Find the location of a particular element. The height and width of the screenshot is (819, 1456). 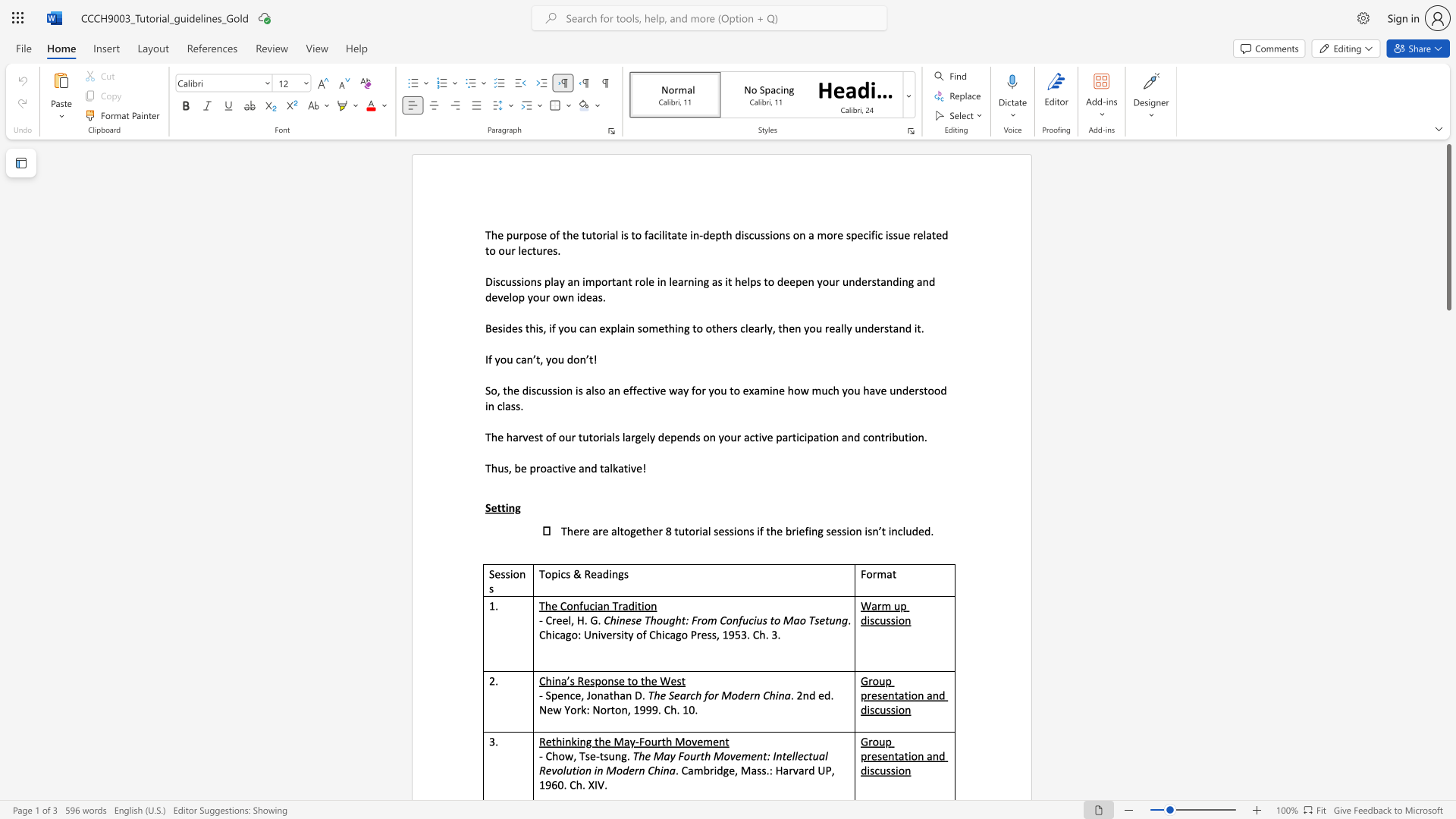

the scrollbar to scroll downward is located at coordinates (1448, 385).